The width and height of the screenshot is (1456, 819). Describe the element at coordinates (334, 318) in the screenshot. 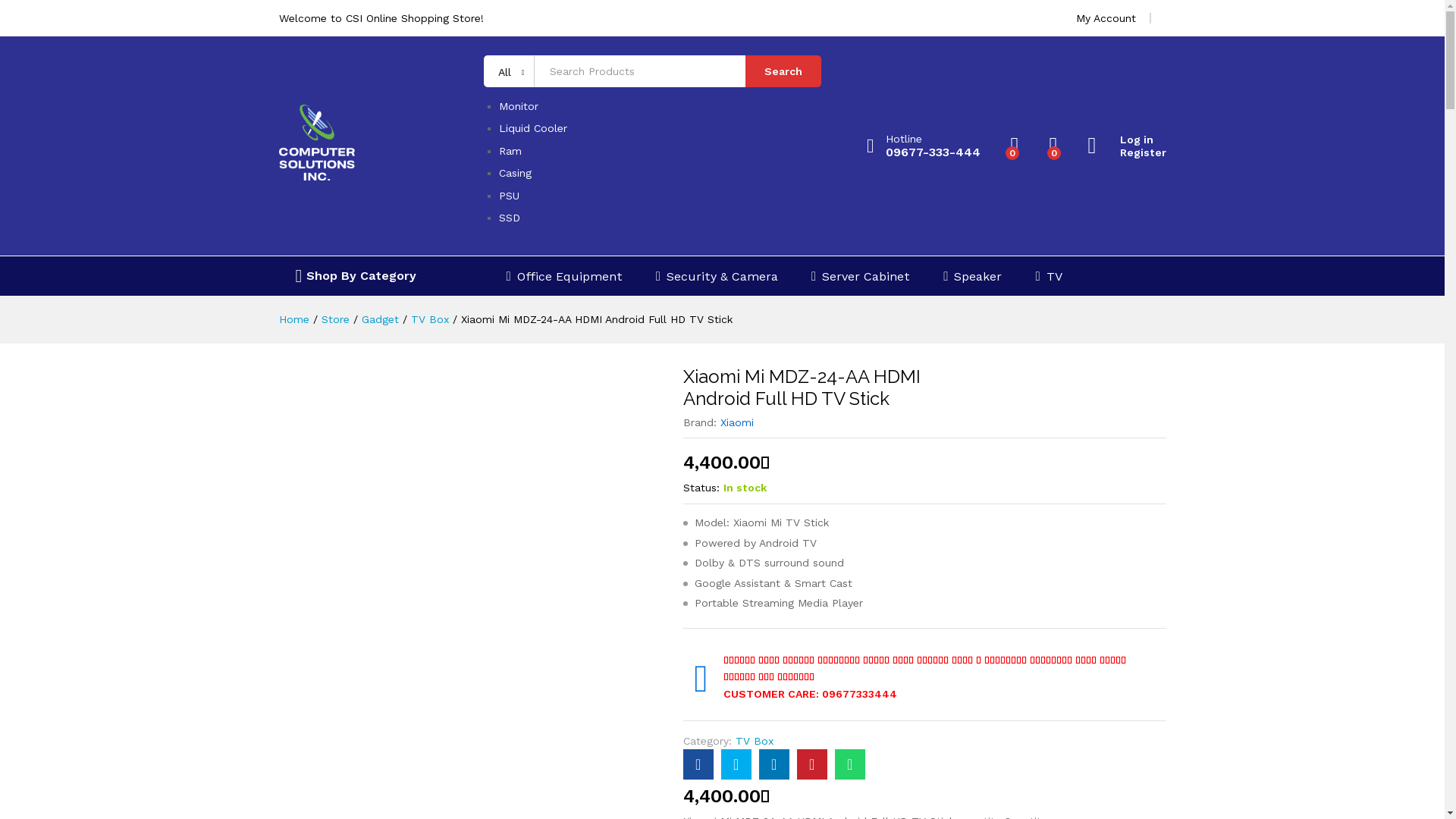

I see `'Store'` at that location.